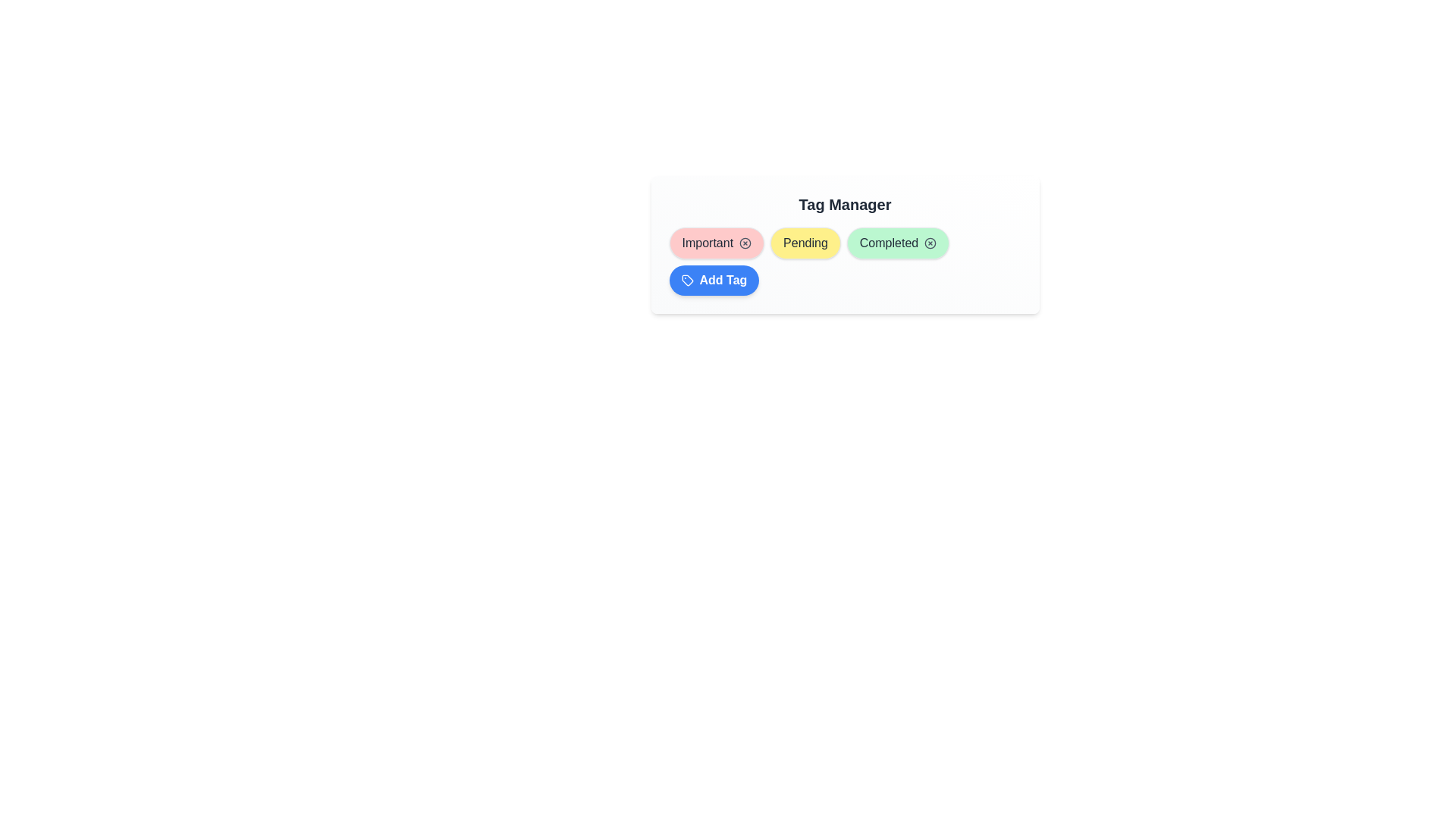 The height and width of the screenshot is (819, 1456). Describe the element at coordinates (745, 242) in the screenshot. I see `the close button of the 'Important' tag to remove it` at that location.